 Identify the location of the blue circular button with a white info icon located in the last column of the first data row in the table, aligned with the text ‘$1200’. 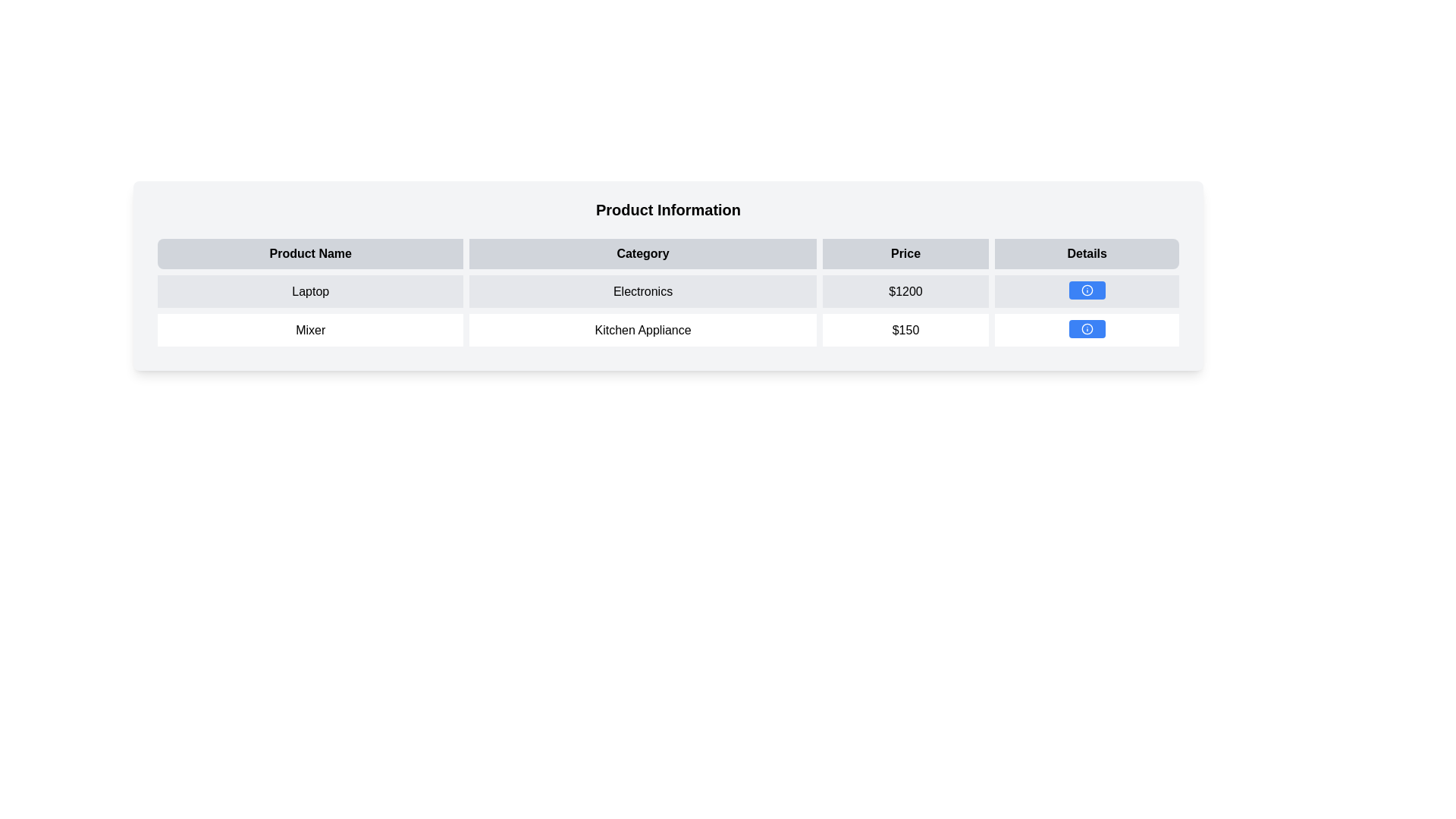
(1086, 291).